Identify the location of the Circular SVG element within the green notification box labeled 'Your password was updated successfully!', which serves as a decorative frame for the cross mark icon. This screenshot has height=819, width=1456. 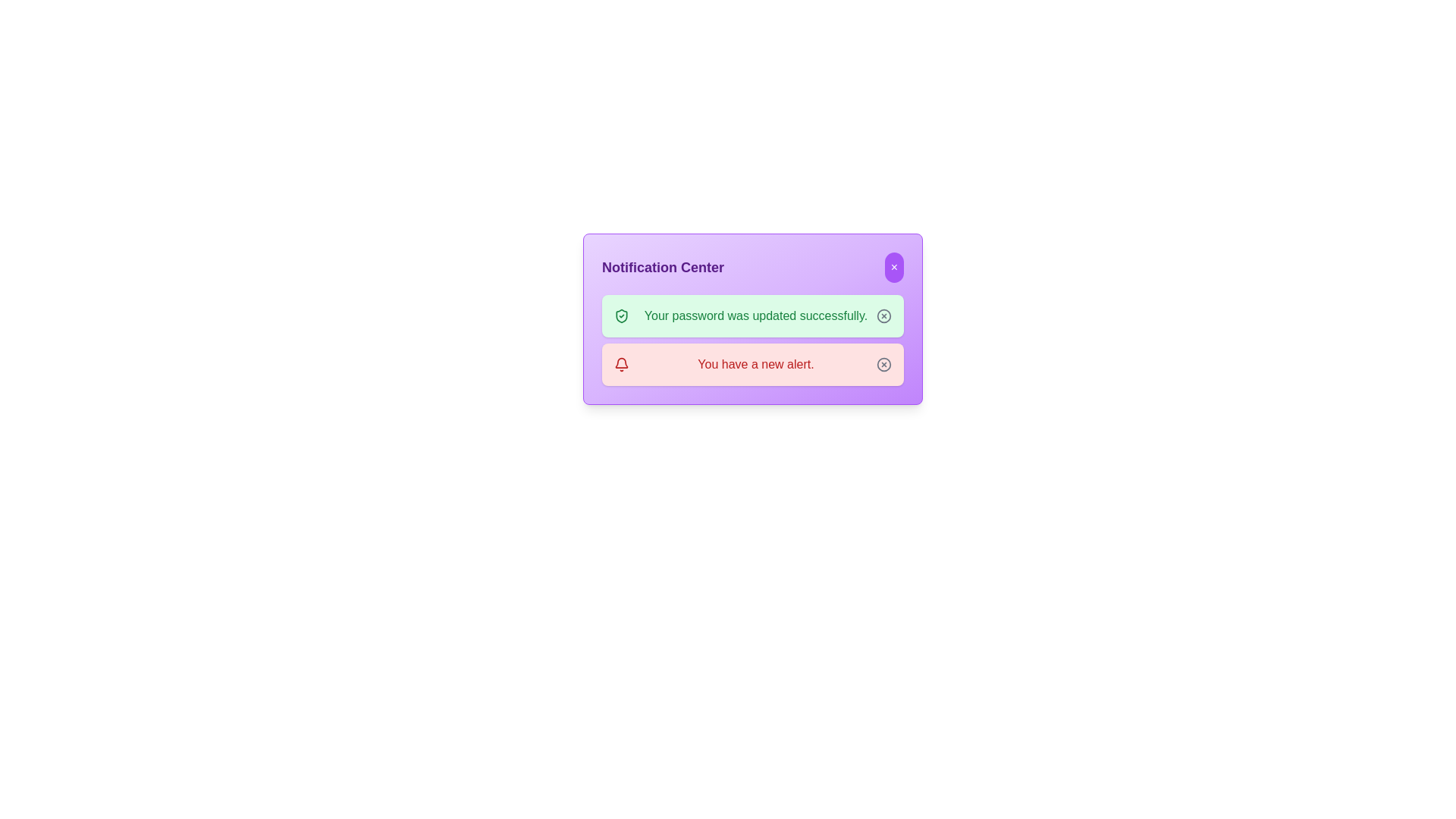
(884, 315).